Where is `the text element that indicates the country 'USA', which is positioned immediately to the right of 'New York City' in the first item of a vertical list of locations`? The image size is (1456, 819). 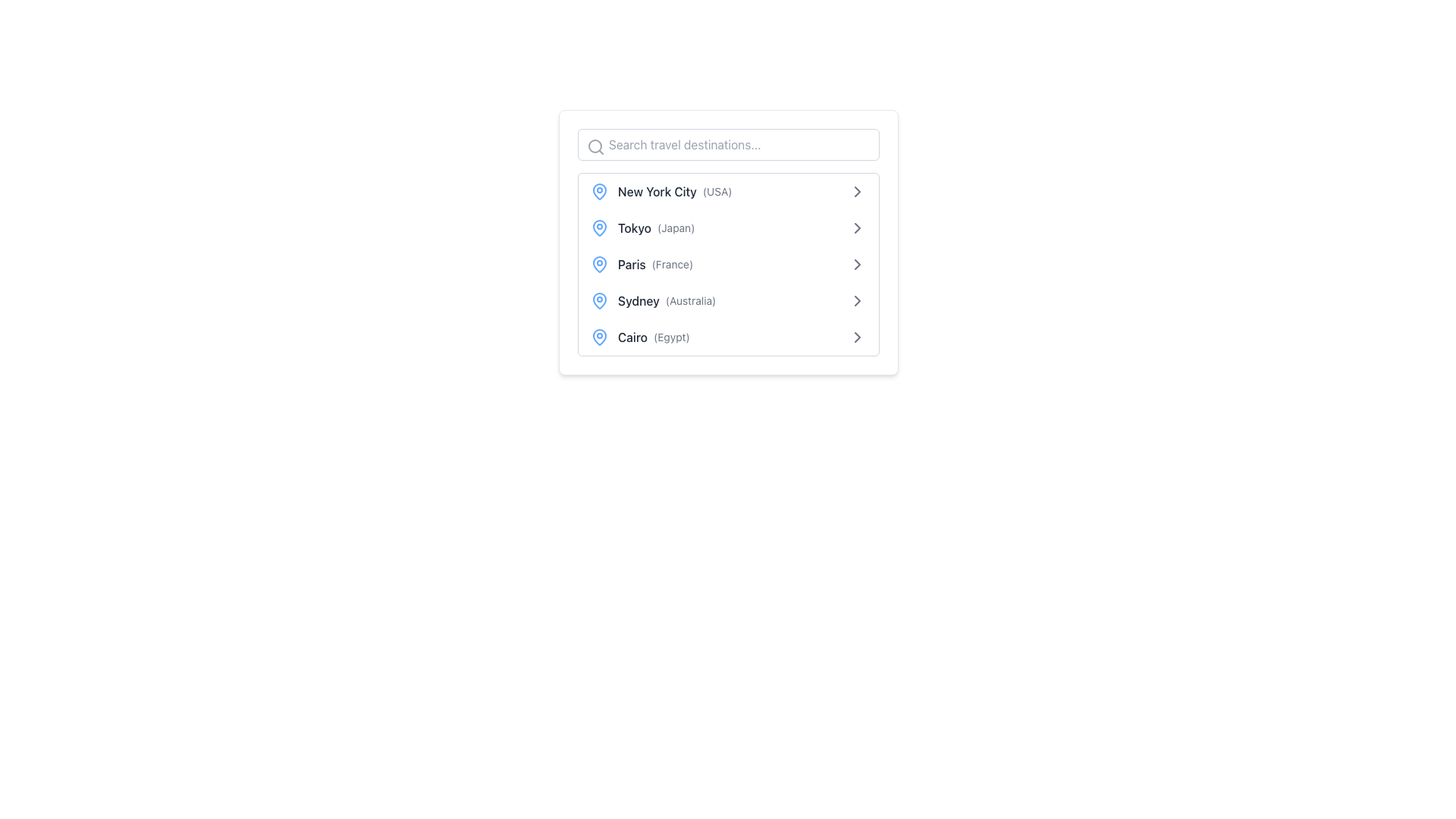 the text element that indicates the country 'USA', which is positioned immediately to the right of 'New York City' in the first item of a vertical list of locations is located at coordinates (717, 191).